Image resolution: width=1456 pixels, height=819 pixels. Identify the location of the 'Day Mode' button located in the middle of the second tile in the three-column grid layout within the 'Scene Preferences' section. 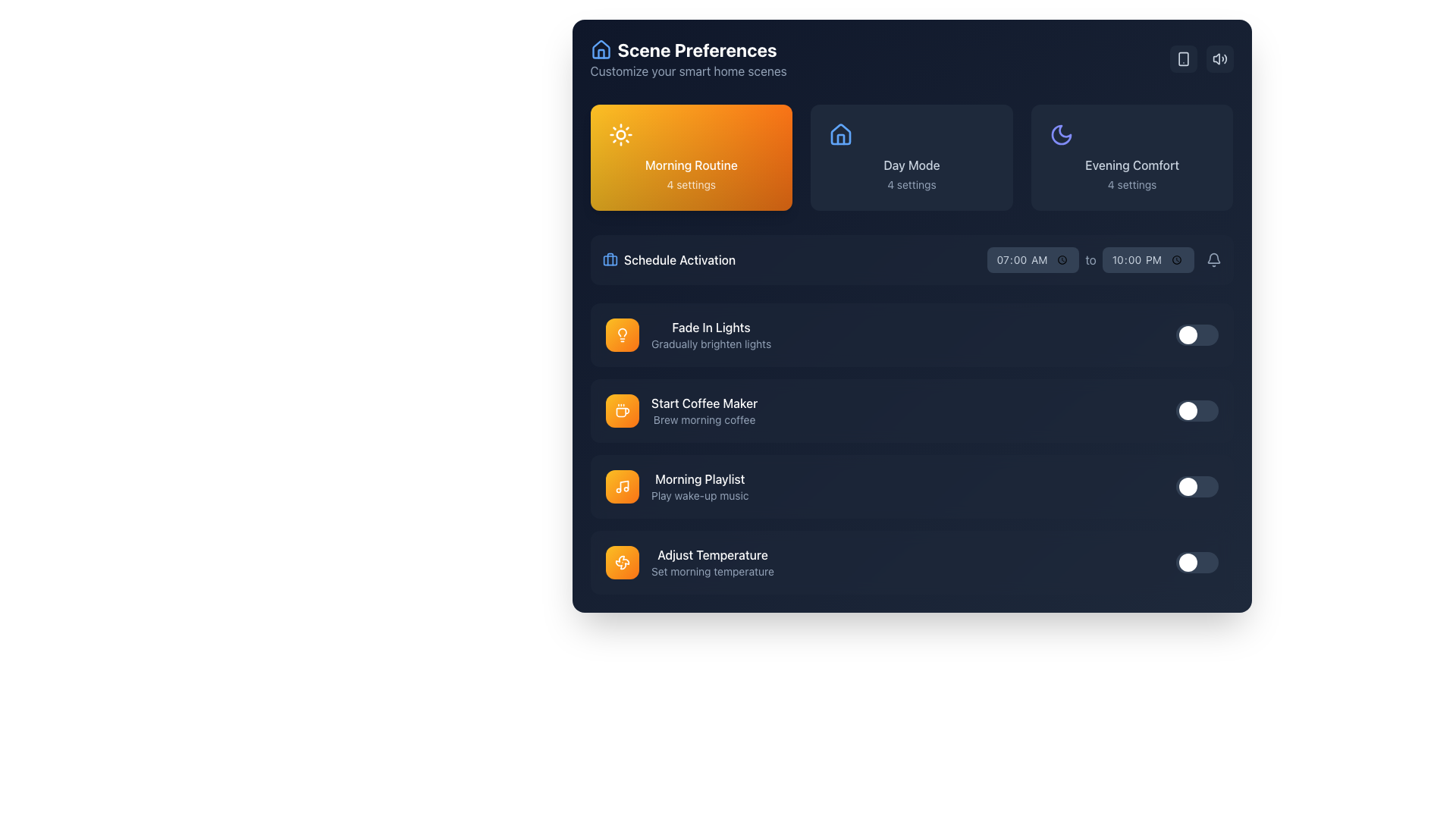
(911, 158).